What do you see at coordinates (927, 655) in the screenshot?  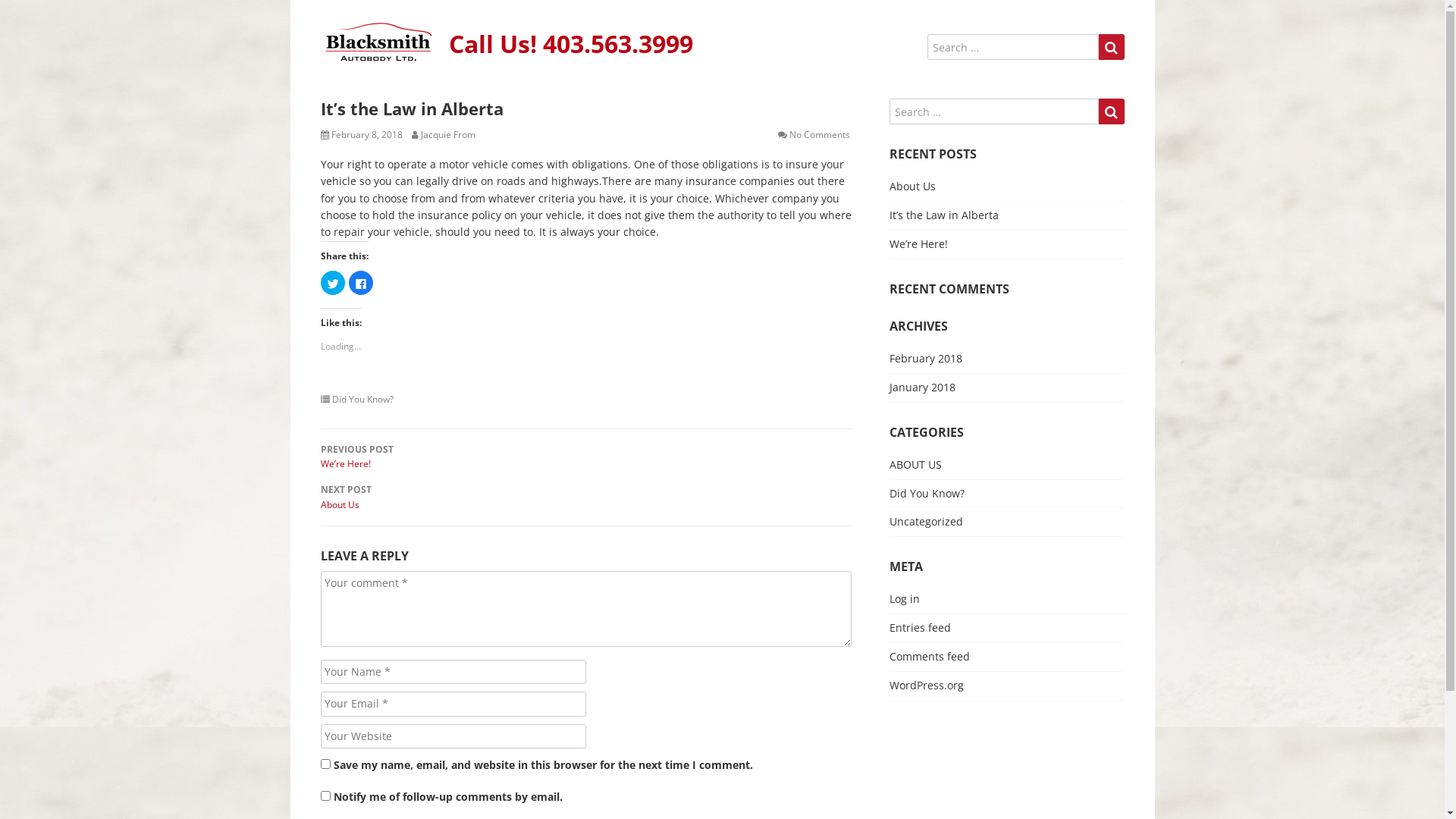 I see `'Comments feed'` at bounding box center [927, 655].